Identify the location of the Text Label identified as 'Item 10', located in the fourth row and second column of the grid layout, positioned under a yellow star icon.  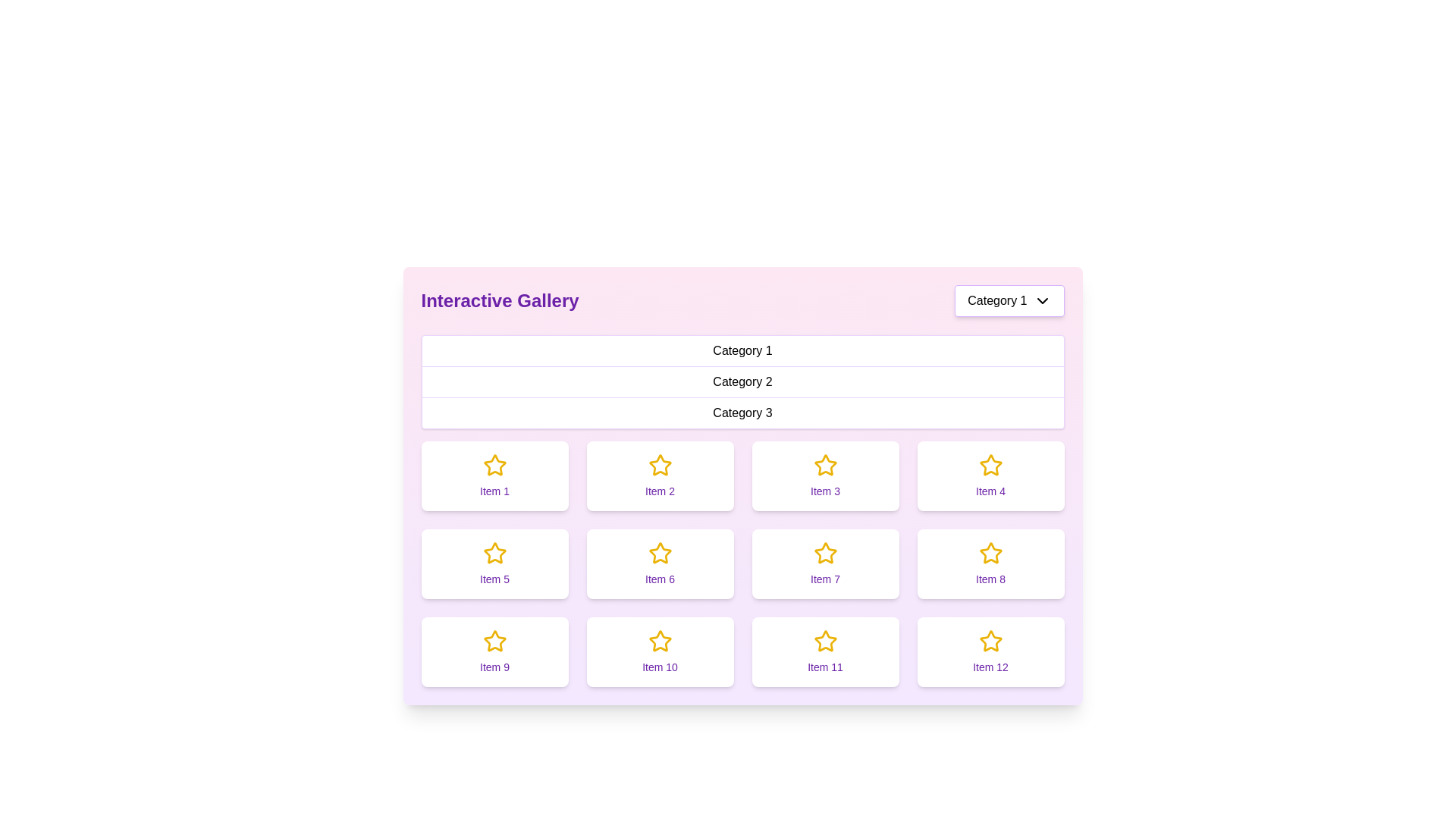
(660, 666).